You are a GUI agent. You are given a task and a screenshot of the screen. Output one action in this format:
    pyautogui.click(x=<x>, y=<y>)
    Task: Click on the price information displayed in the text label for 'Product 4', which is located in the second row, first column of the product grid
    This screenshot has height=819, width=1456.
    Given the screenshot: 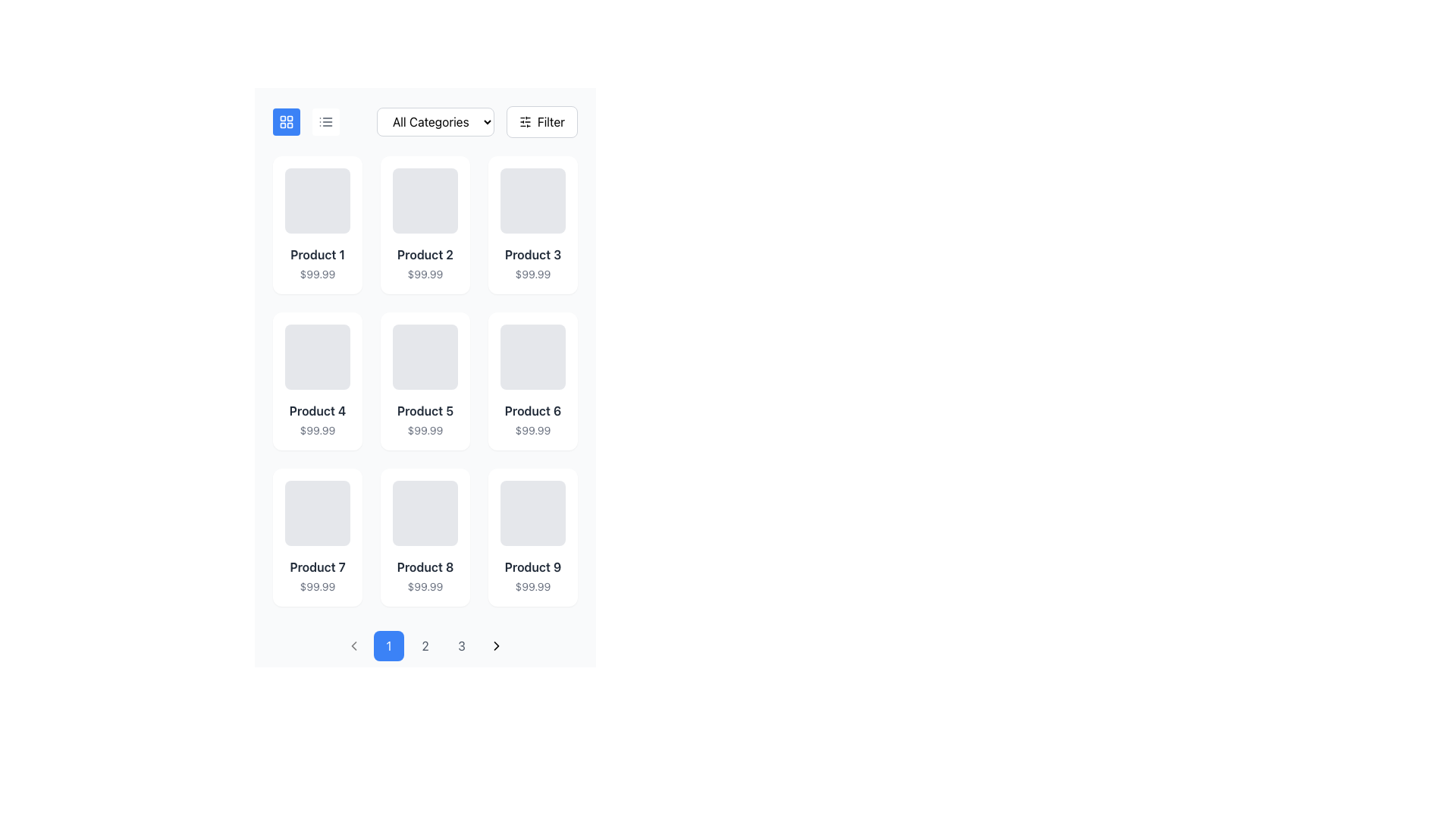 What is the action you would take?
    pyautogui.click(x=316, y=430)
    